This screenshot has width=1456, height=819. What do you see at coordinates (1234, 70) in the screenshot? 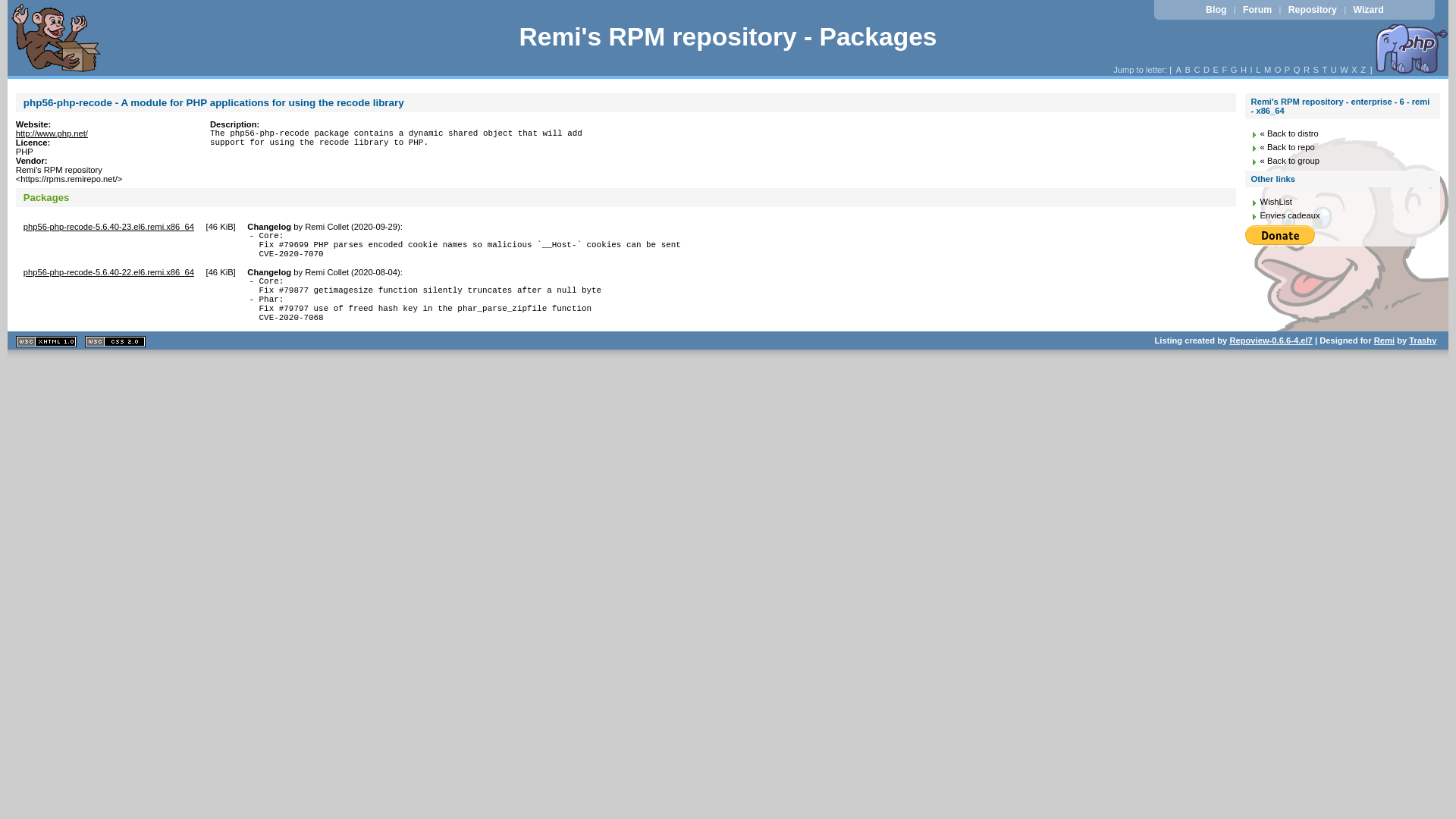
I see `'G'` at bounding box center [1234, 70].